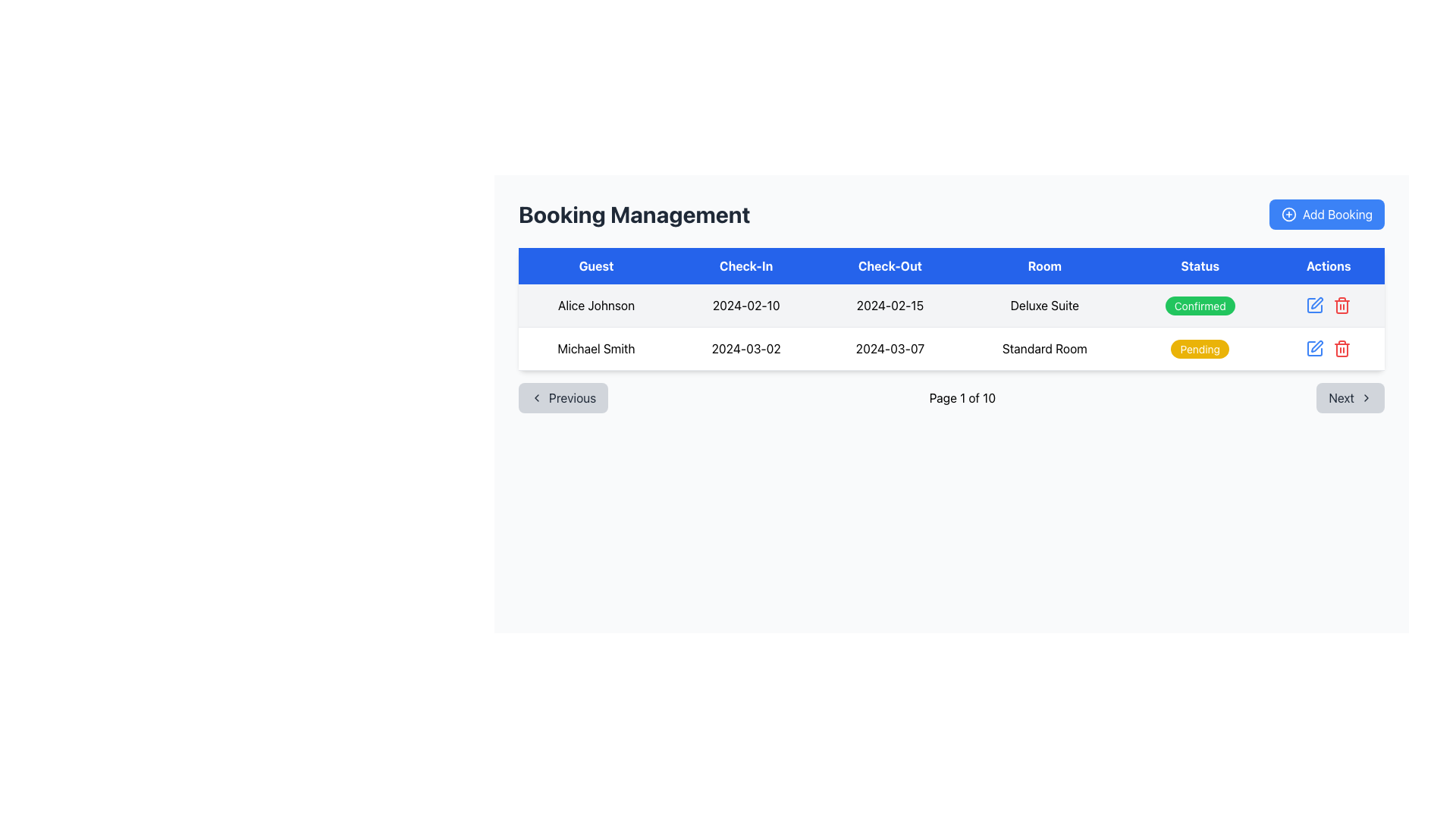 Image resolution: width=1456 pixels, height=819 pixels. What do you see at coordinates (1316, 303) in the screenshot?
I see `the pen icon button located in the 'Actions' column, second row of the table layout, which is the first icon in the rightmost column` at bounding box center [1316, 303].